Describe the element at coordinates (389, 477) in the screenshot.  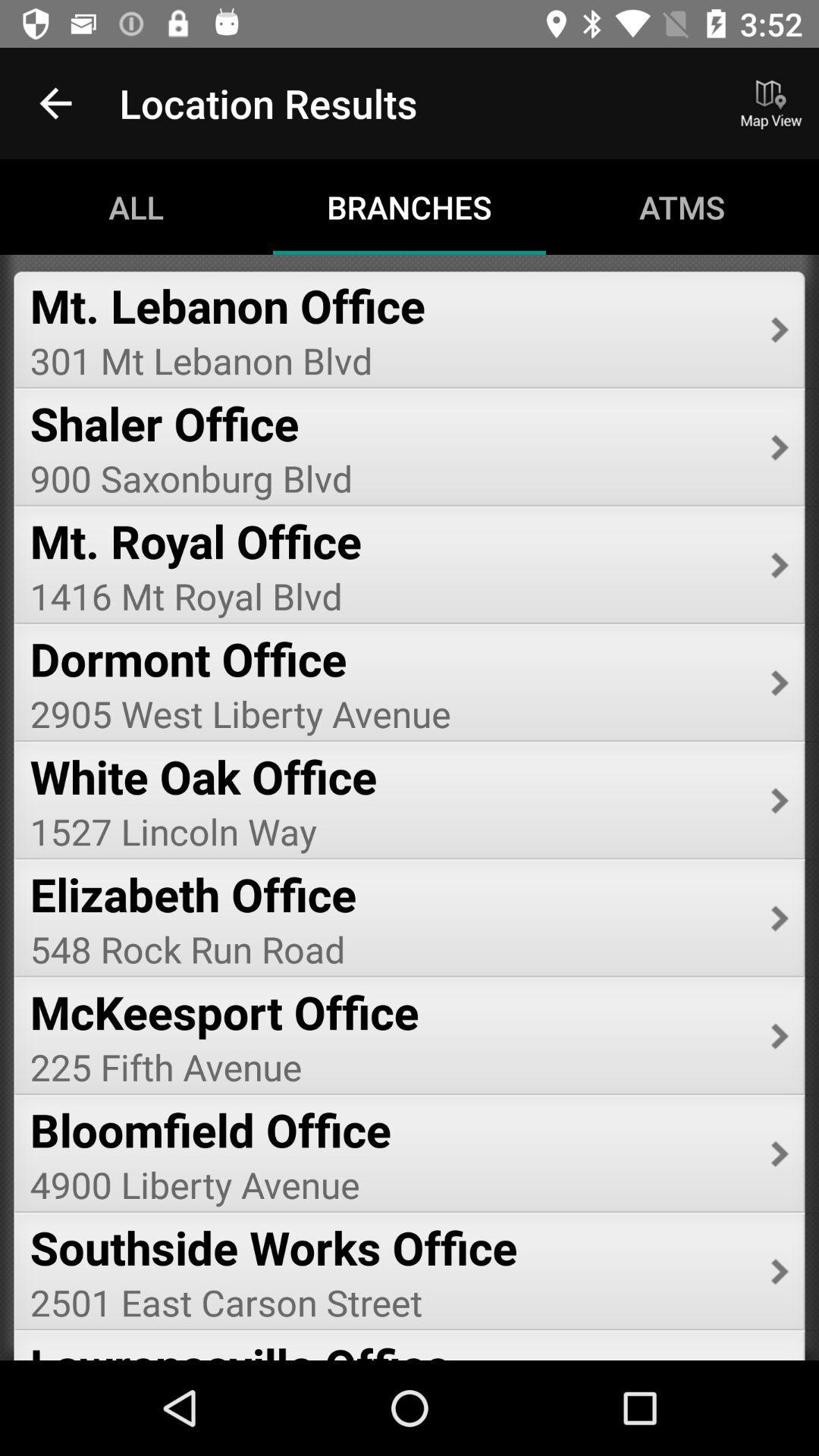
I see `icon below shaler office item` at that location.